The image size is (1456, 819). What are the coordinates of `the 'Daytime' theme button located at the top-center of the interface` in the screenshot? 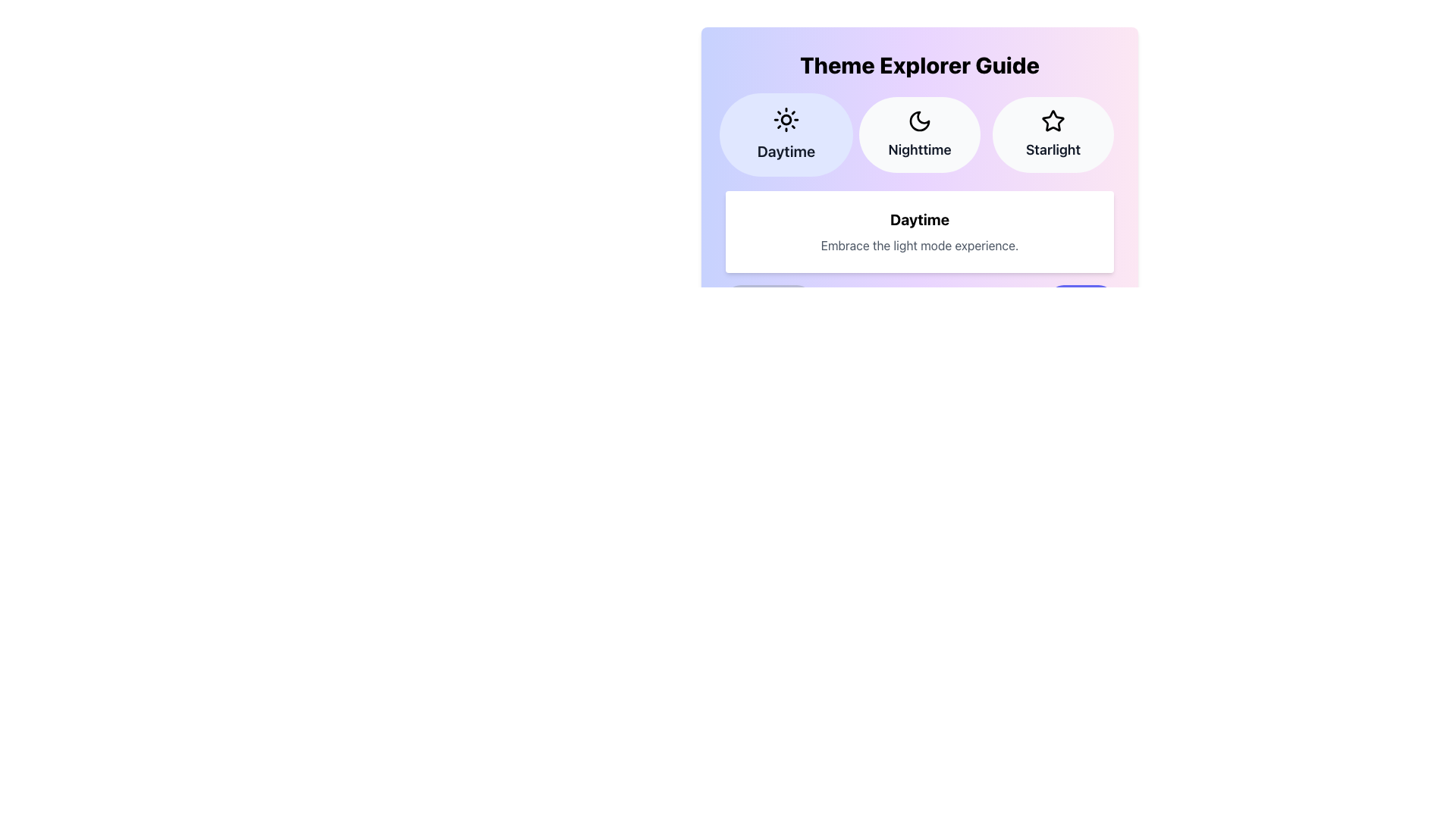 It's located at (786, 133).